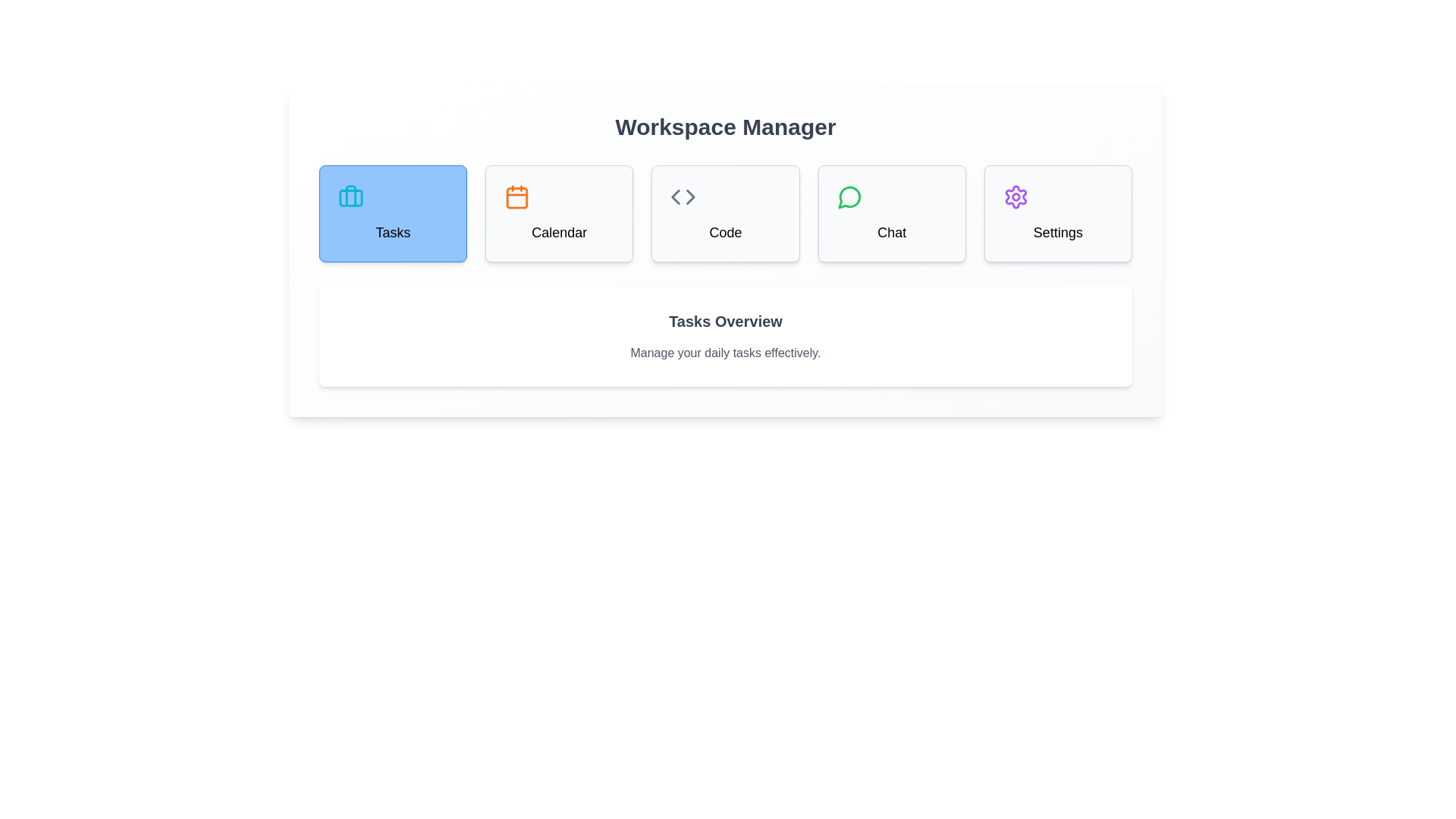 This screenshot has width=1456, height=819. I want to click on the rectangle with rounded corners inside the briefcase icon located in the 'Tasks' button, so click(350, 197).